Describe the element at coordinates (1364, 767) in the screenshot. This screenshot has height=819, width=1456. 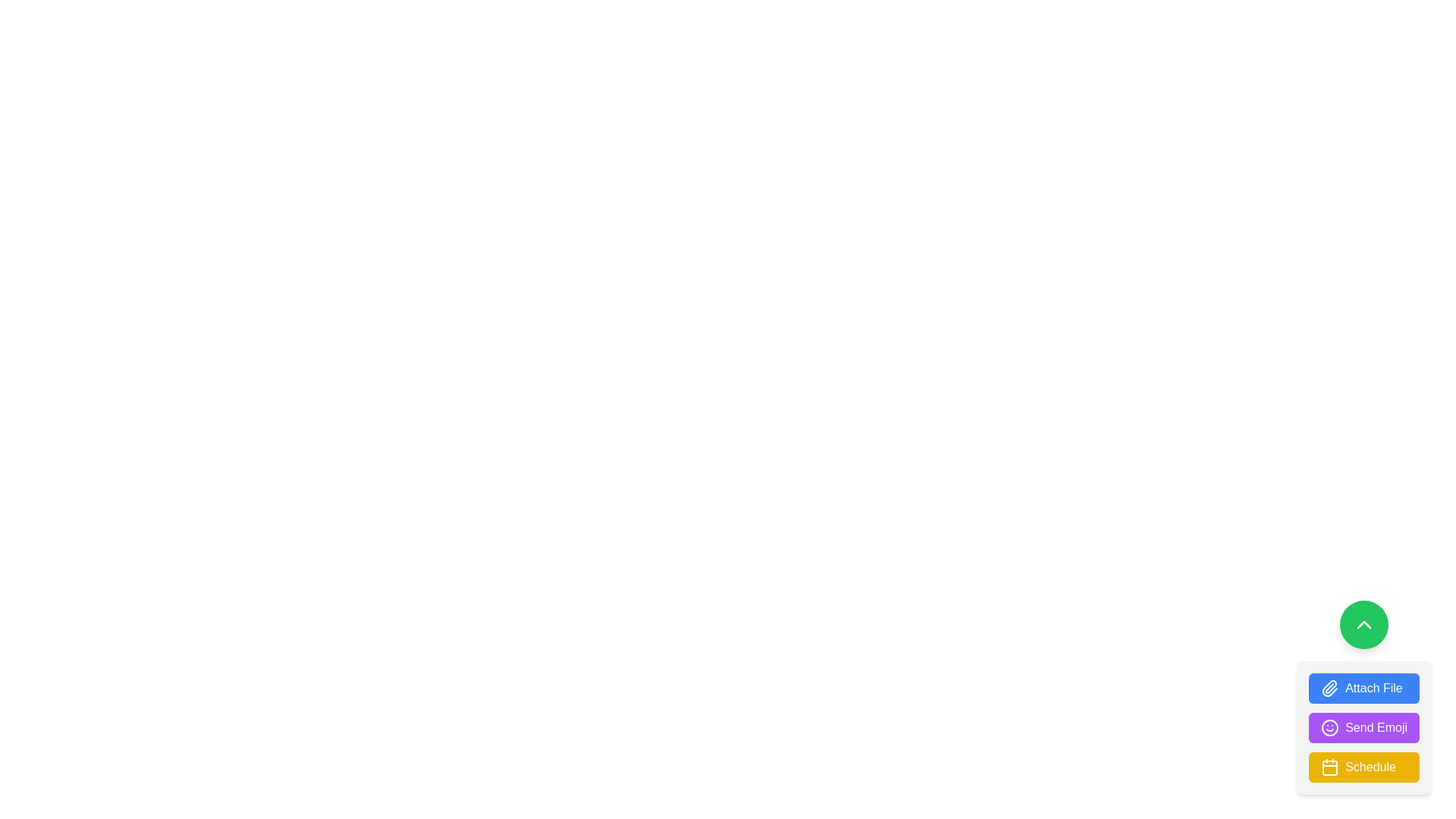
I see `the 'Schedule' button with a yellow background and white text` at that location.